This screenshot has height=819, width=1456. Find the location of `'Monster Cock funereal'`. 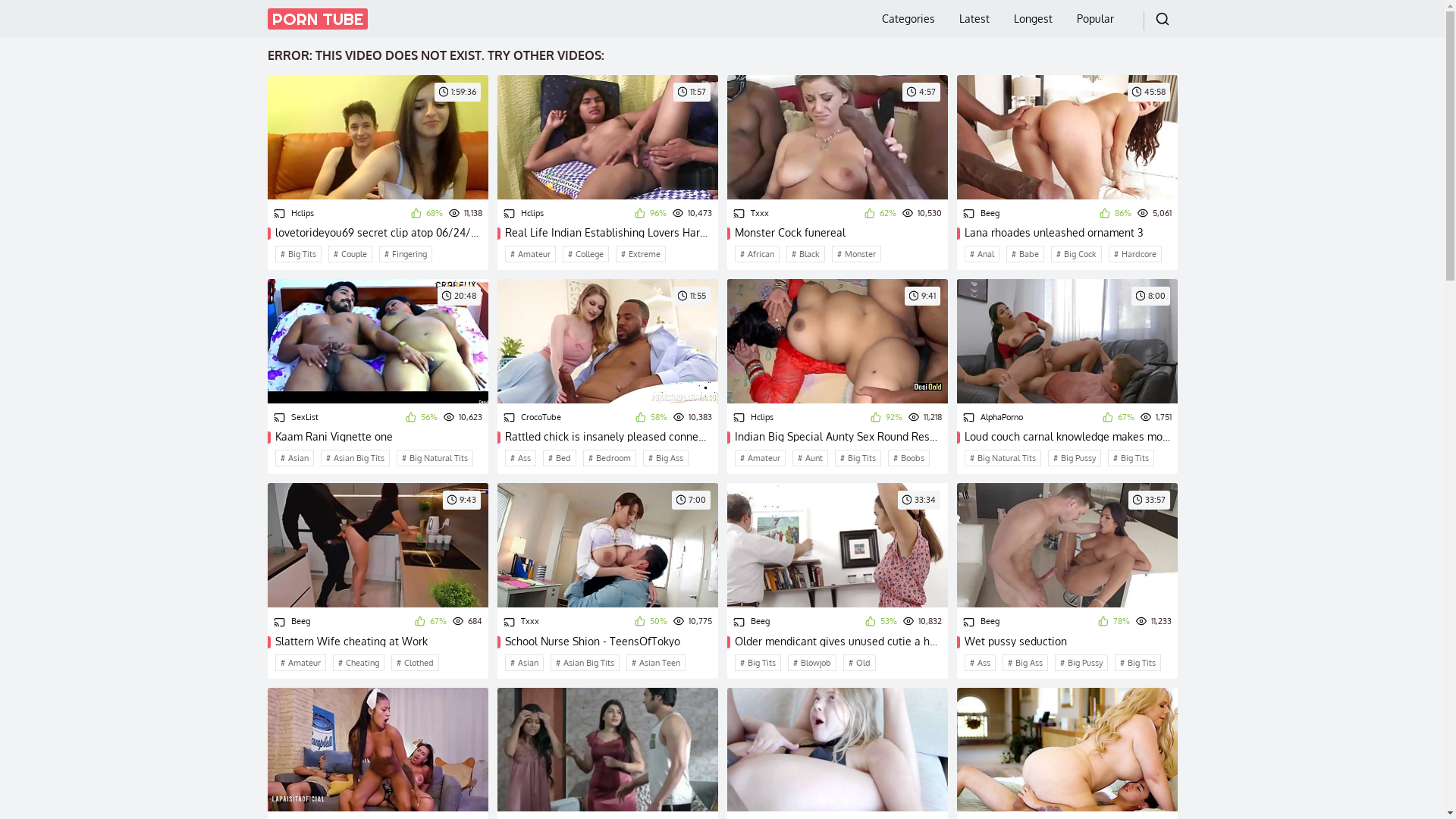

'Monster Cock funereal' is located at coordinates (836, 233).